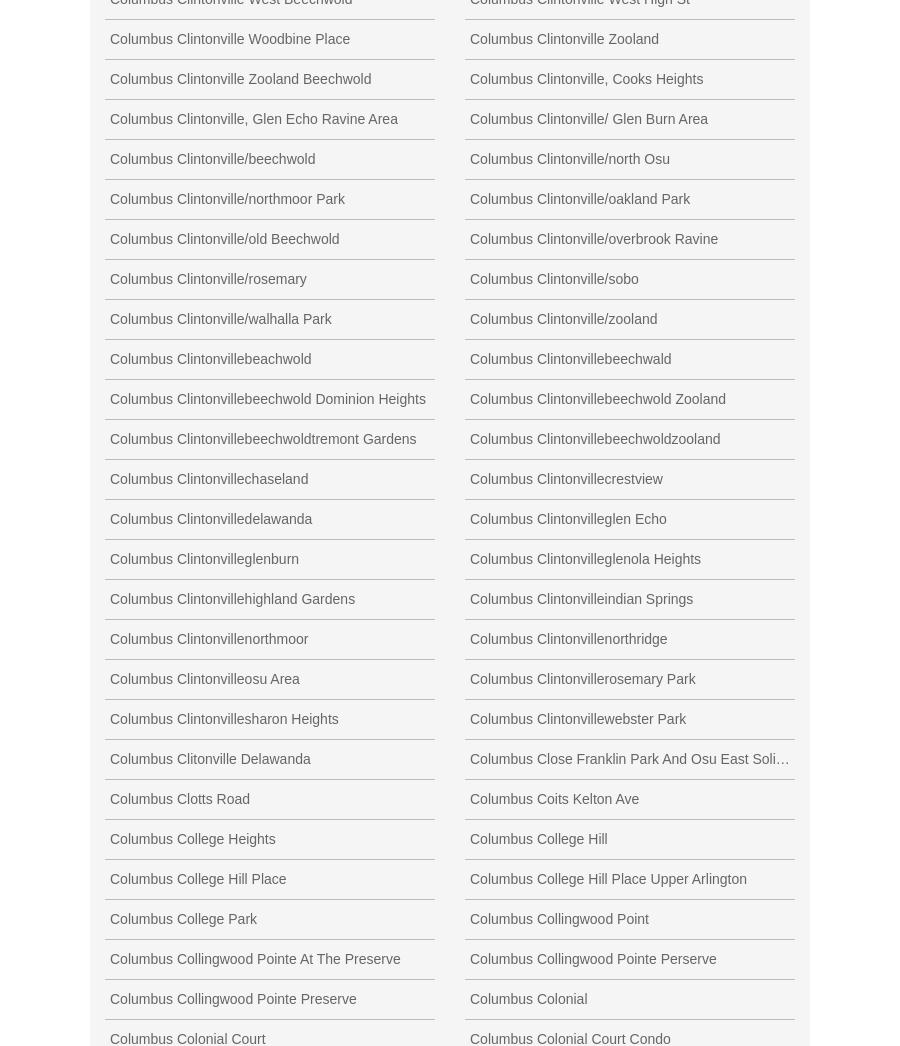 This screenshot has width=900, height=1046. What do you see at coordinates (566, 478) in the screenshot?
I see `'Columbus Clintonvillecrestview'` at bounding box center [566, 478].